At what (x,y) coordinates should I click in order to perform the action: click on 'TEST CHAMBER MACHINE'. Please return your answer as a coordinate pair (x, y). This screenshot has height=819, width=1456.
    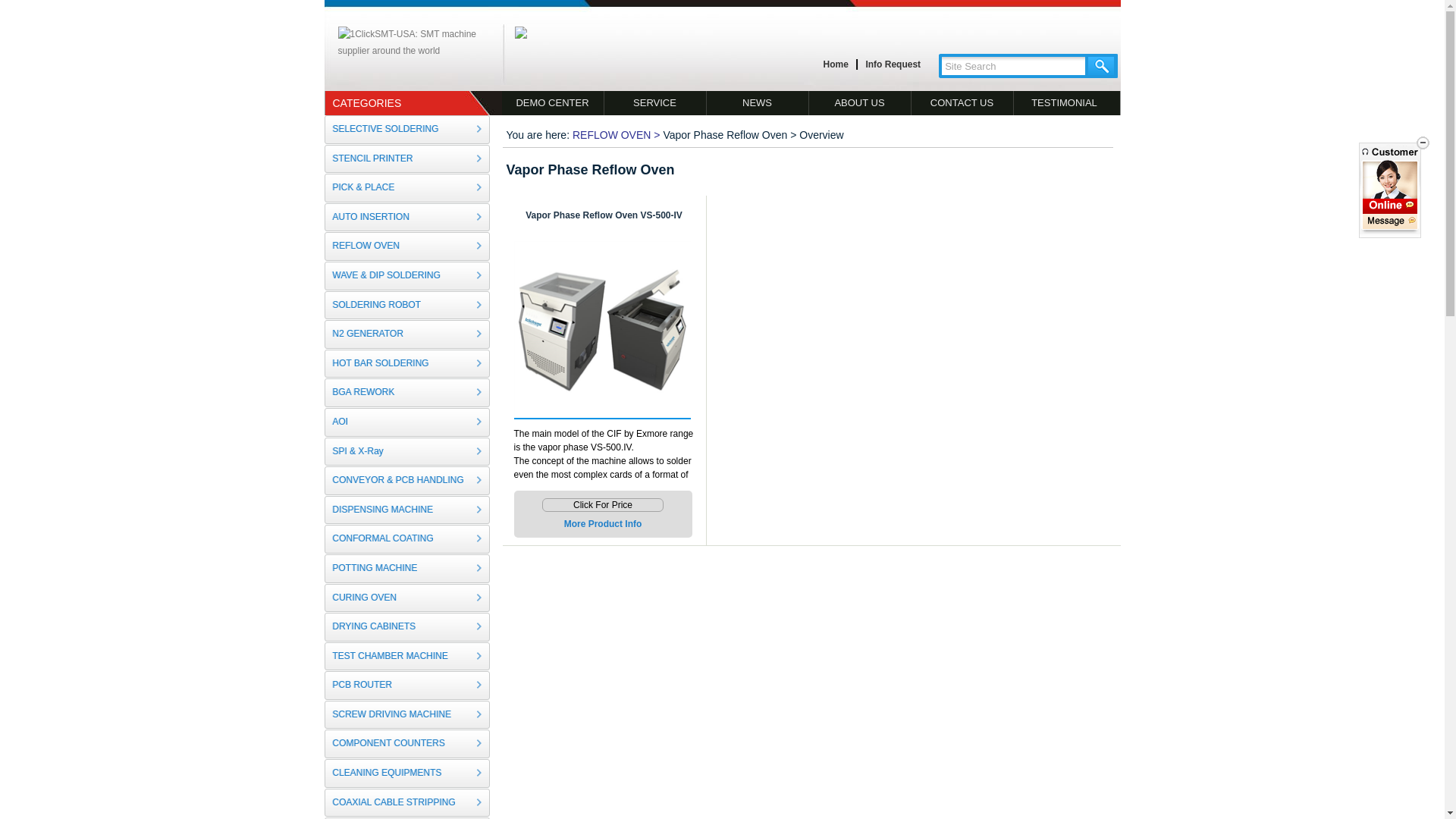
    Looking at the image, I should click on (407, 656).